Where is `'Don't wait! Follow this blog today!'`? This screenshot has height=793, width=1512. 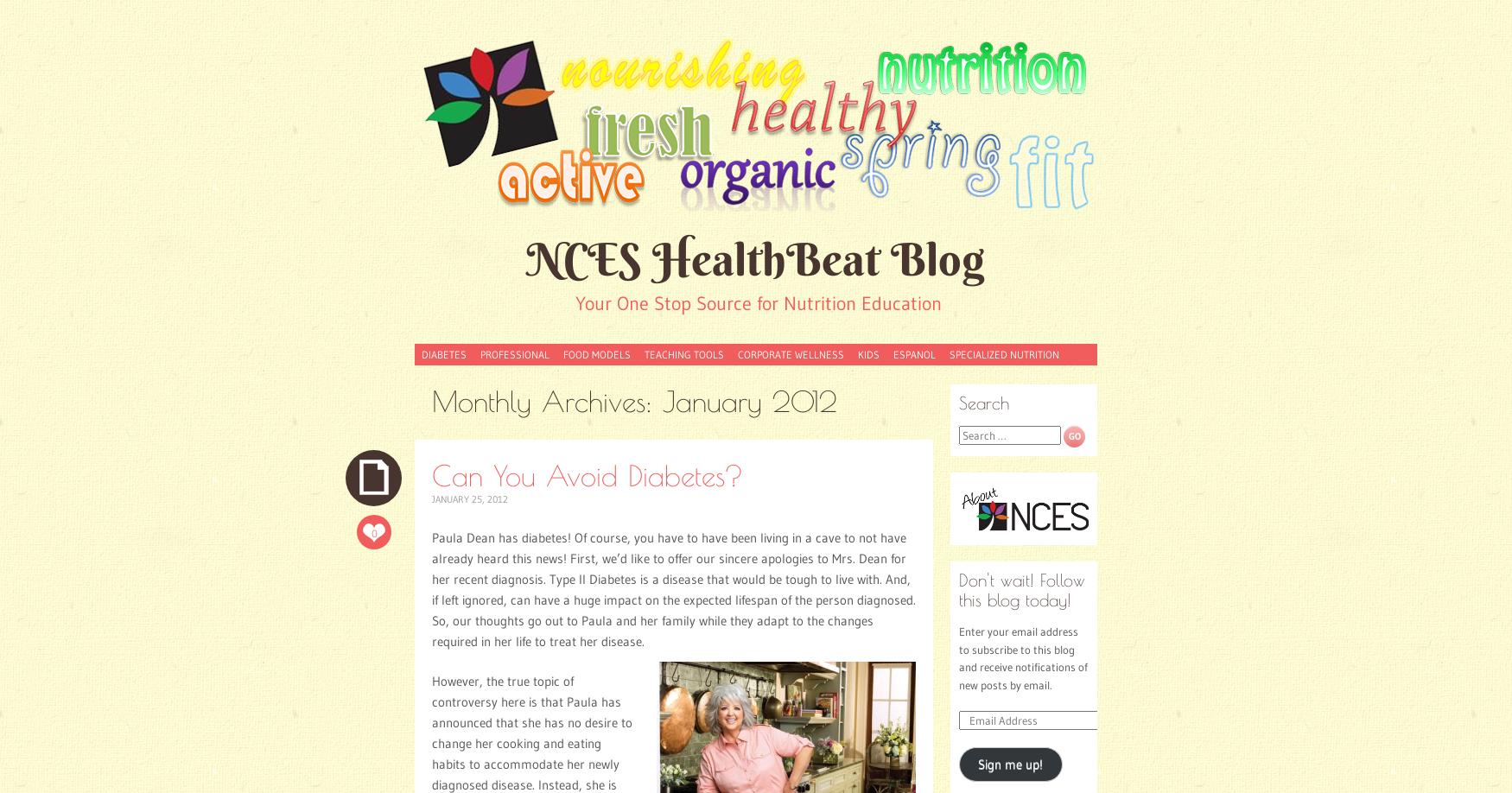
'Don't wait! Follow this blog today!' is located at coordinates (1021, 588).